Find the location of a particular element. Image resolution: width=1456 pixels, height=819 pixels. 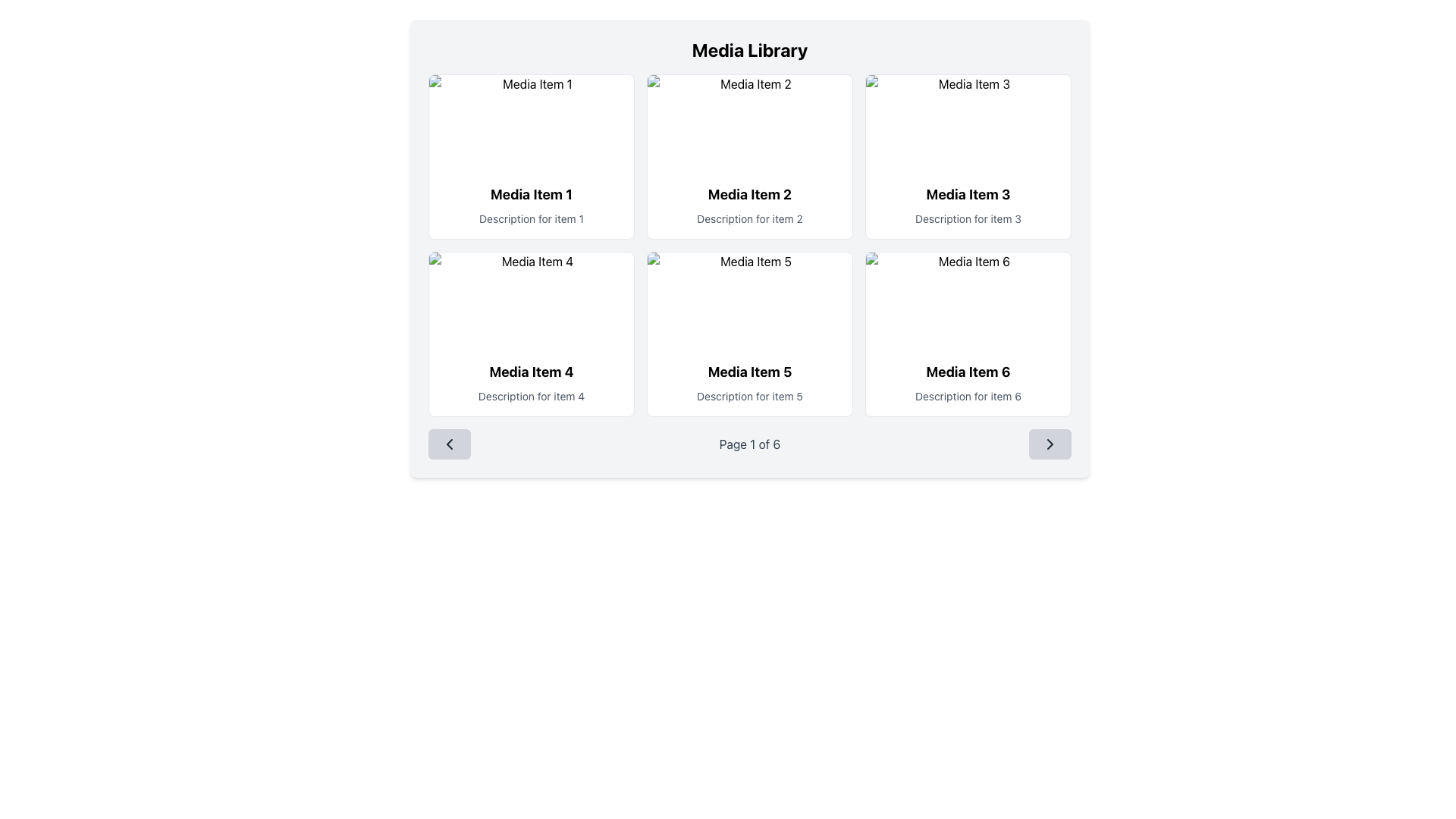

the Media Tile labeled 'Media Item 1' to interact is located at coordinates (531, 205).